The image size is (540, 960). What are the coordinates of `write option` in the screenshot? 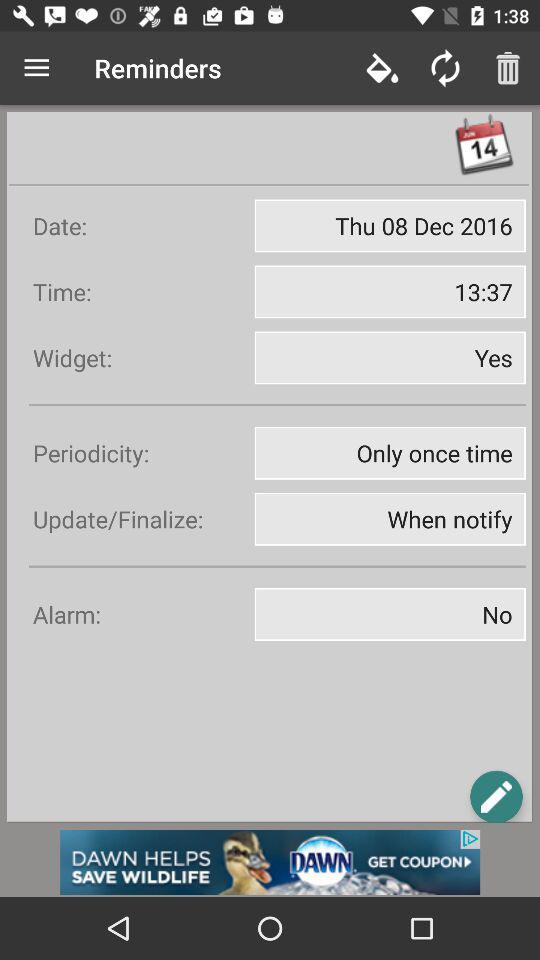 It's located at (495, 796).